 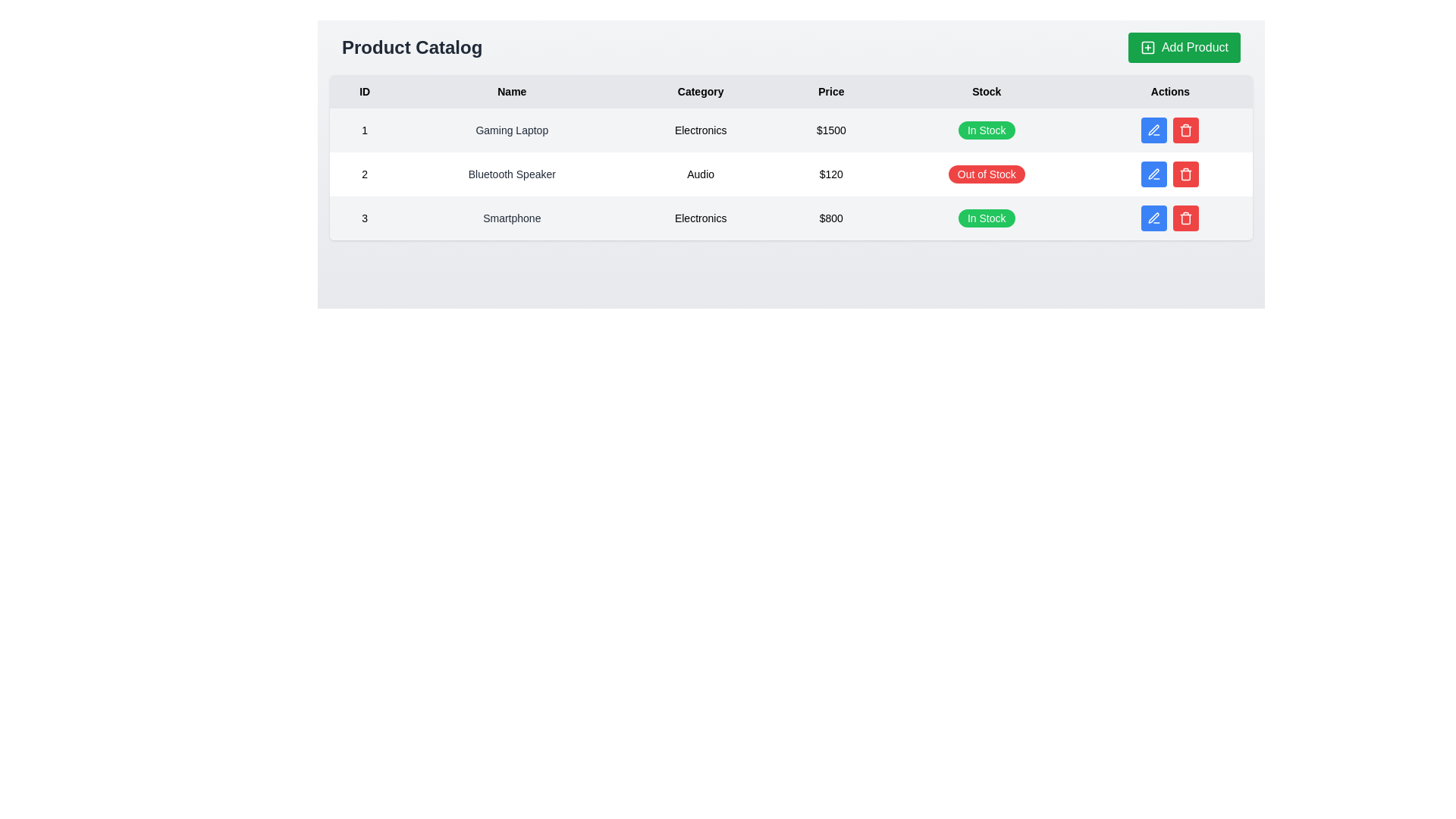 What do you see at coordinates (1185, 218) in the screenshot?
I see `the delete button located in the 'Actions' column of the last row of the table, which is the second button to the right of a blue pen icon button` at bounding box center [1185, 218].